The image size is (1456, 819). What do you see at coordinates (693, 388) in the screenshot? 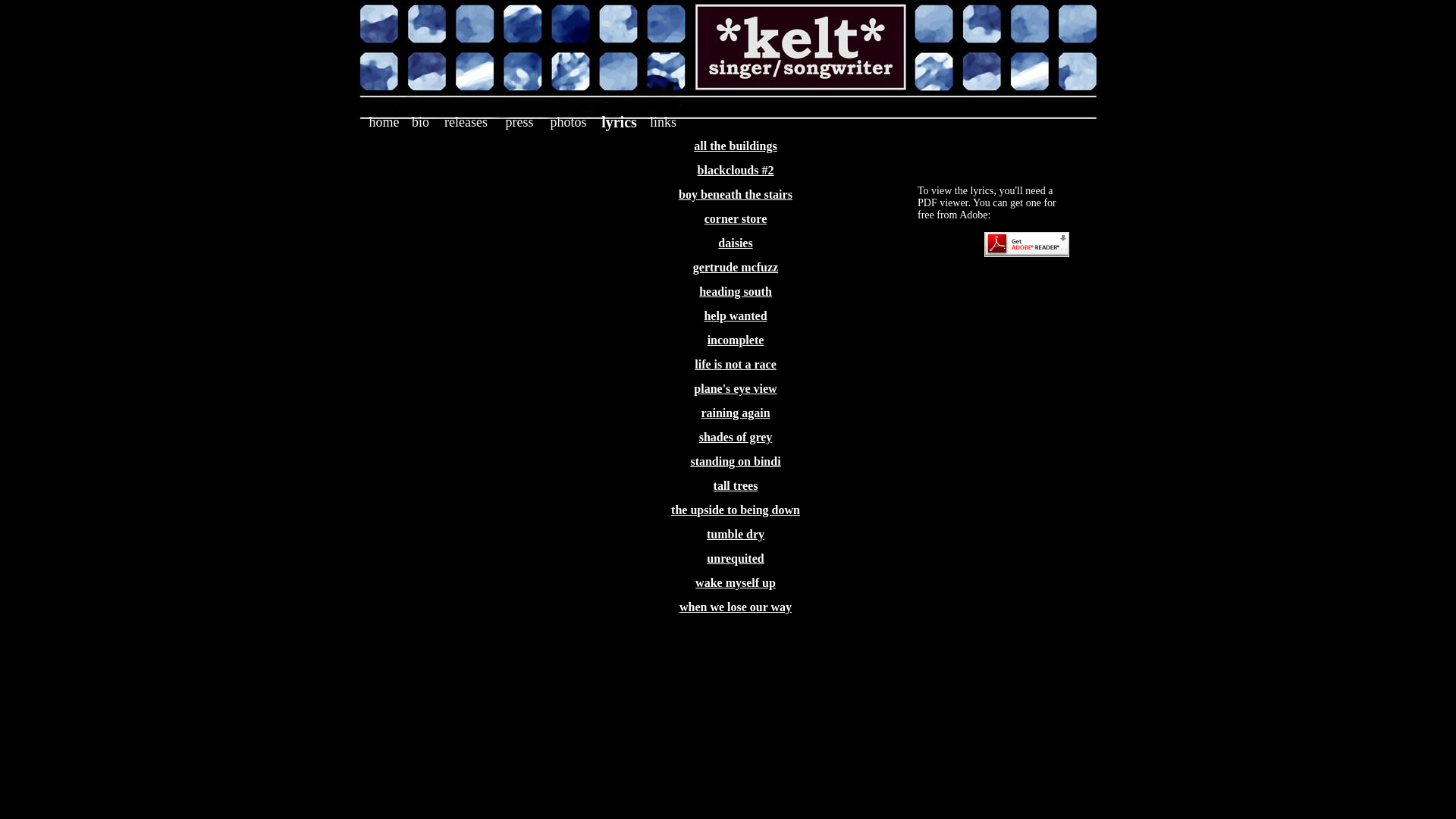
I see `'plane's eye view'` at bounding box center [693, 388].